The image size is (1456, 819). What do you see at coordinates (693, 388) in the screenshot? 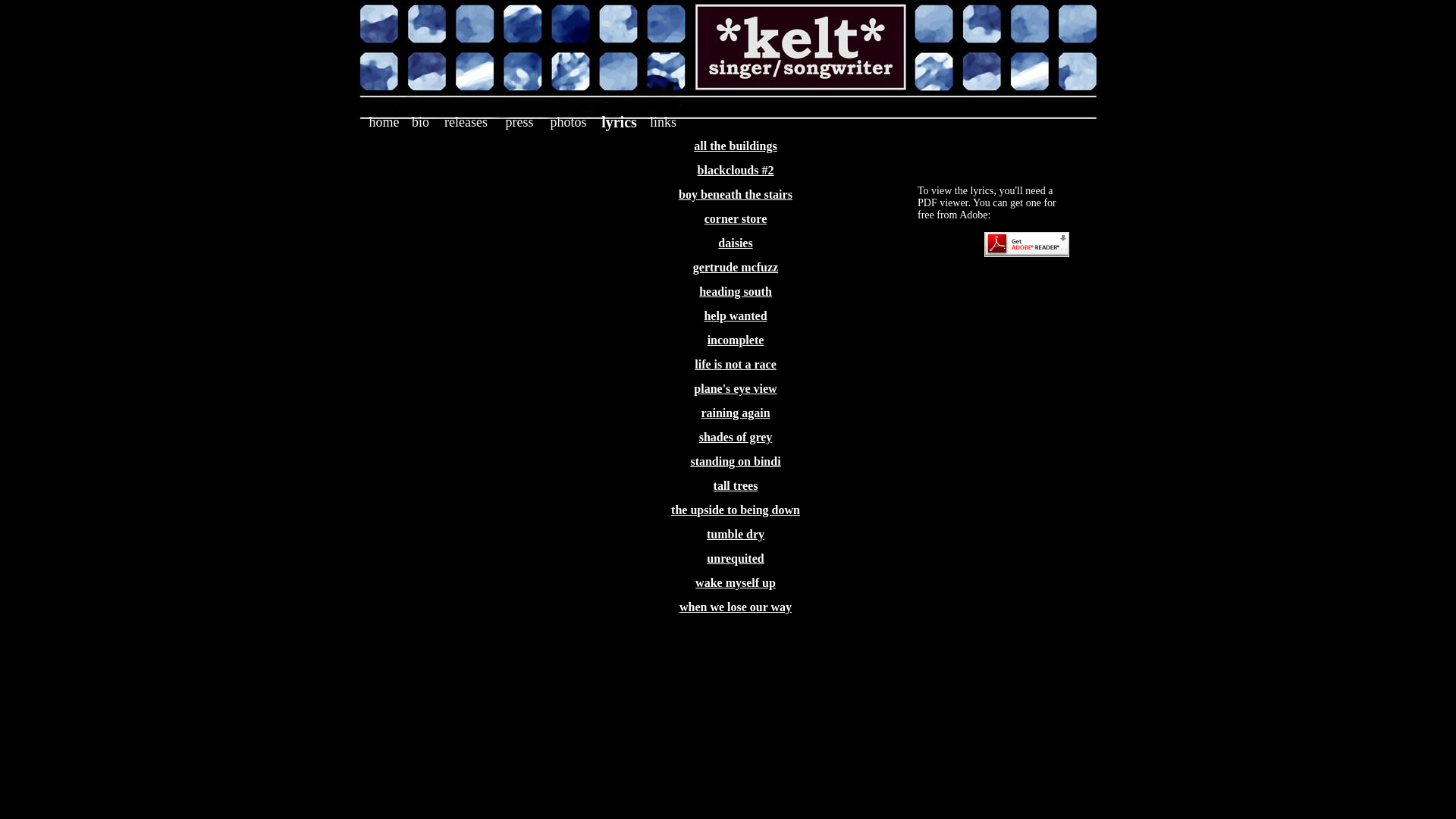
I see `'plane's eye view'` at bounding box center [693, 388].